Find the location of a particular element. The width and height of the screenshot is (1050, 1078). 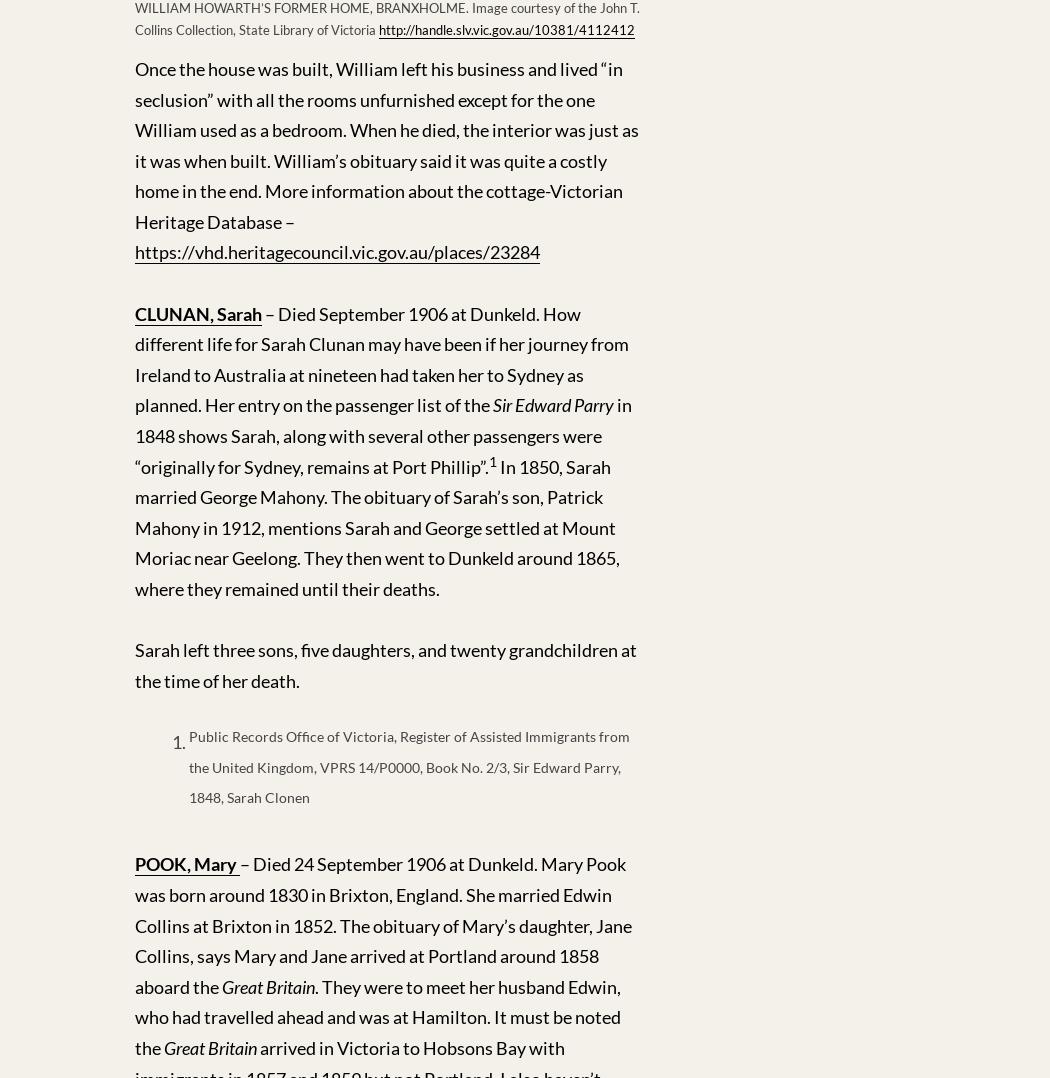

'Sarah left three sons, five daughters, and twenty grandchildren at the time of her death.' is located at coordinates (385, 665).